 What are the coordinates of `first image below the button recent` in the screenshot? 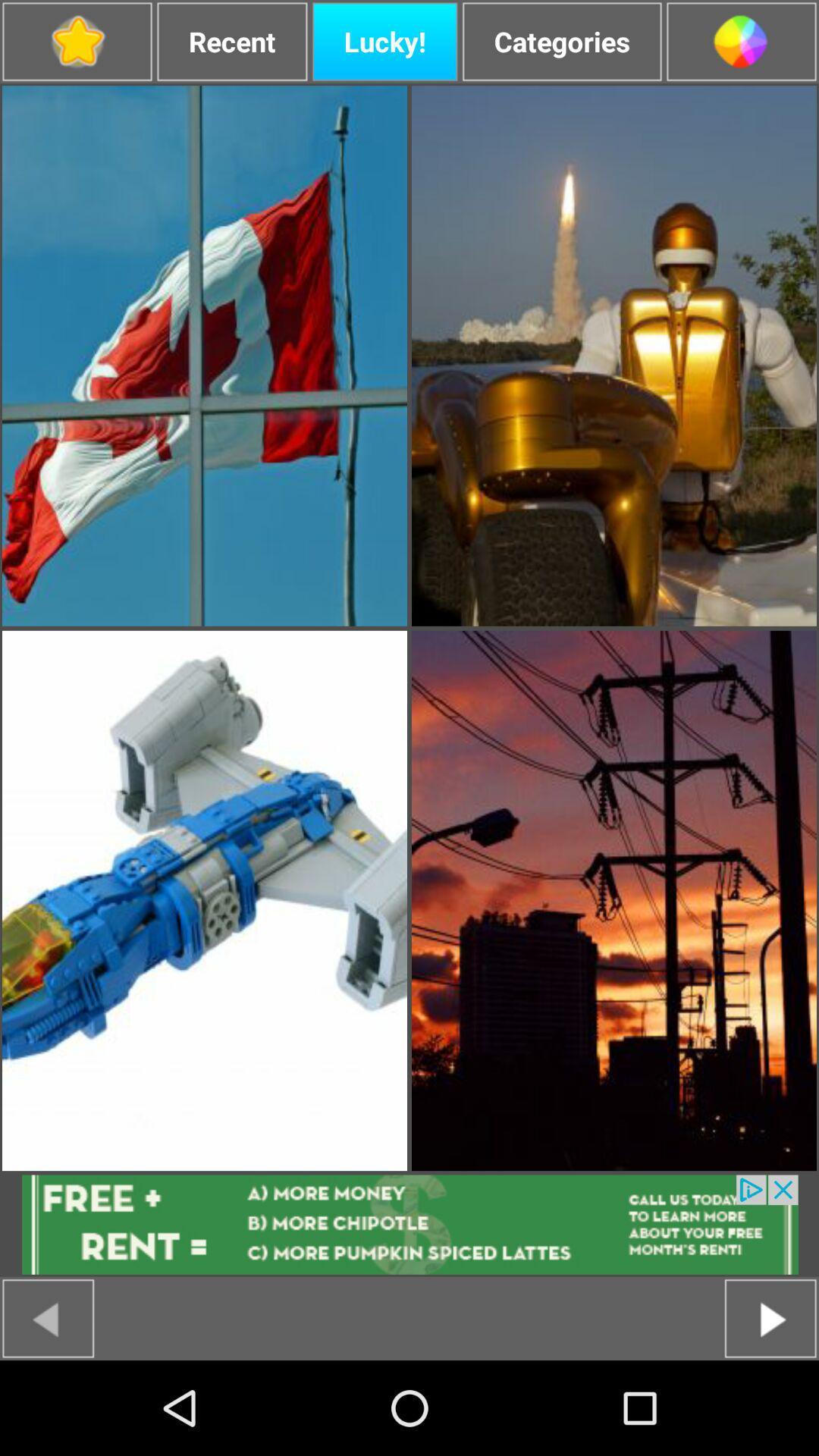 It's located at (205, 355).